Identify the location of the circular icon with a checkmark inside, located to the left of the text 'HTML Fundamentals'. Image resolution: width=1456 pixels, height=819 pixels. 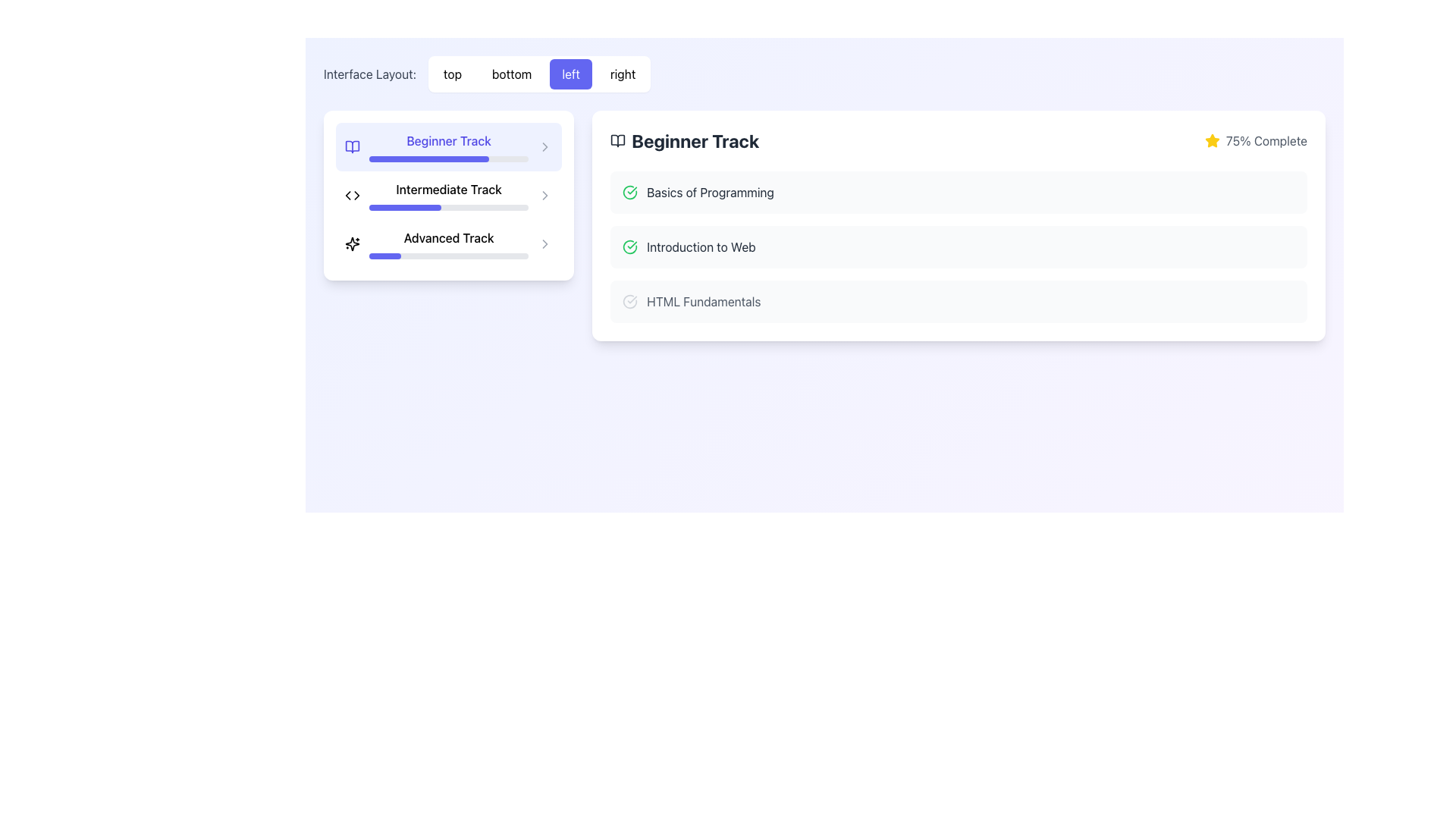
(630, 301).